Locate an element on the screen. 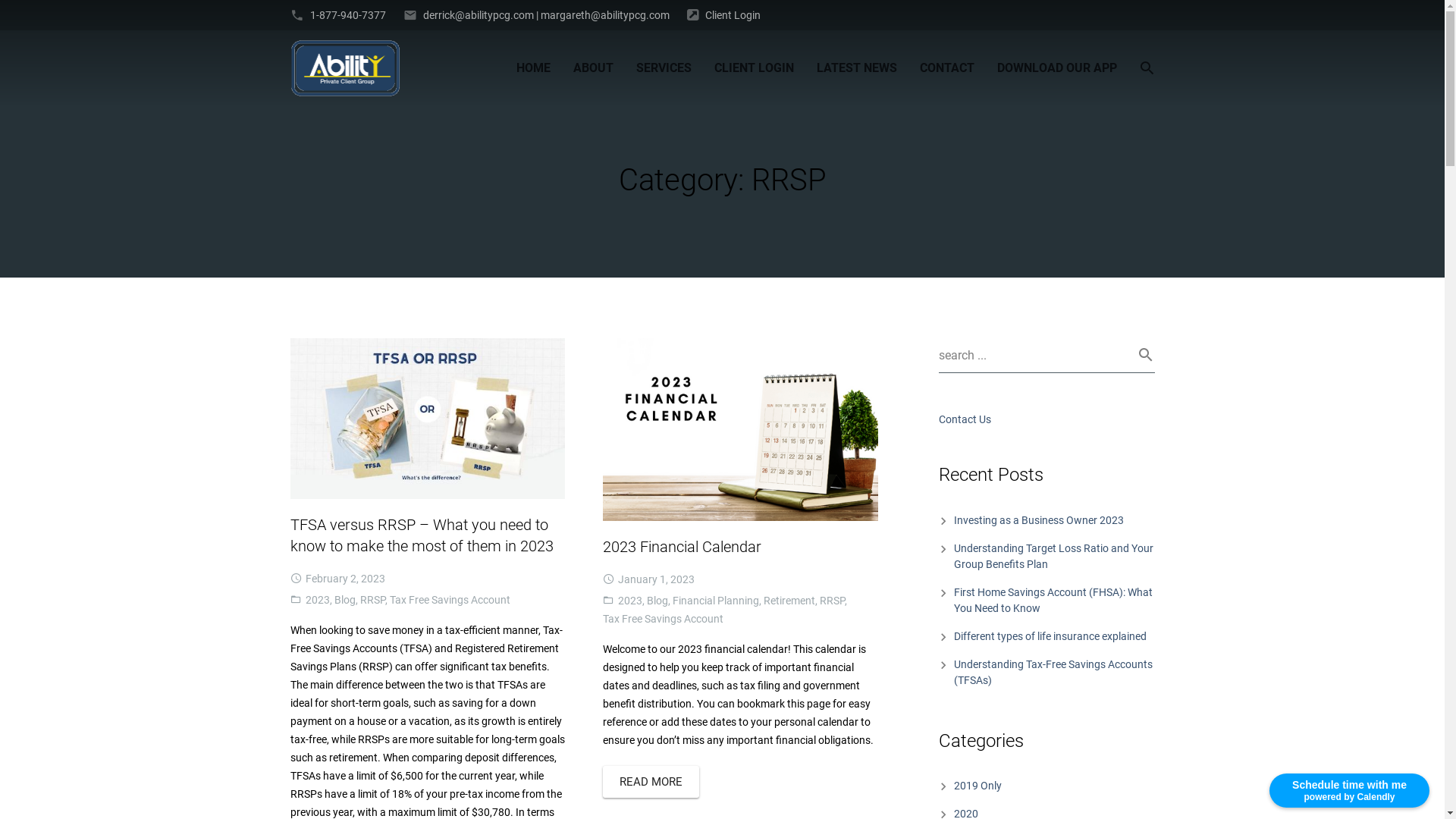  'derrick@abilitypcg.com' is located at coordinates (477, 14).